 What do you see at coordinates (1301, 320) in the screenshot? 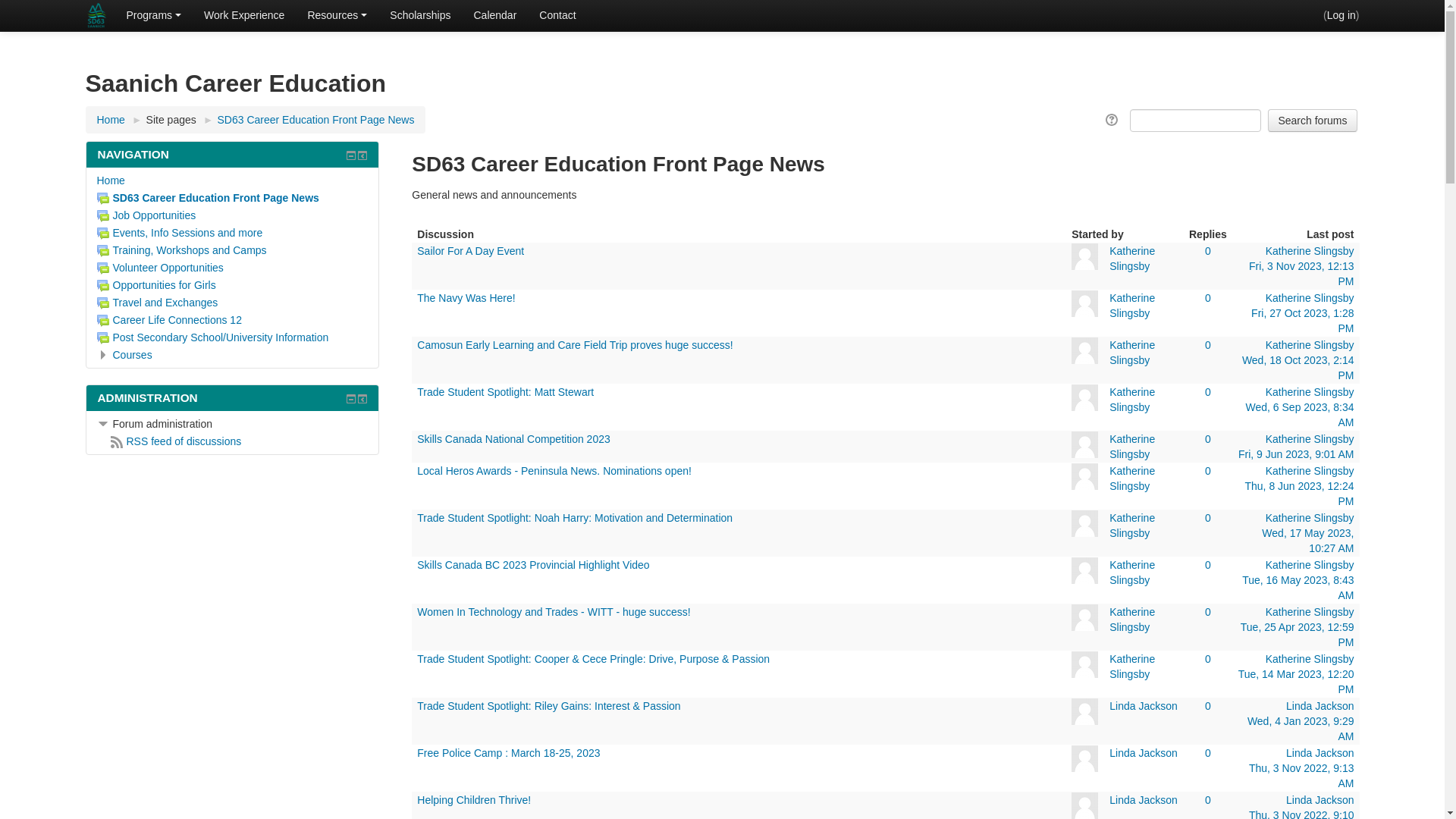
I see `'Fri, 27 Oct 2023, 1:28 PM'` at bounding box center [1301, 320].